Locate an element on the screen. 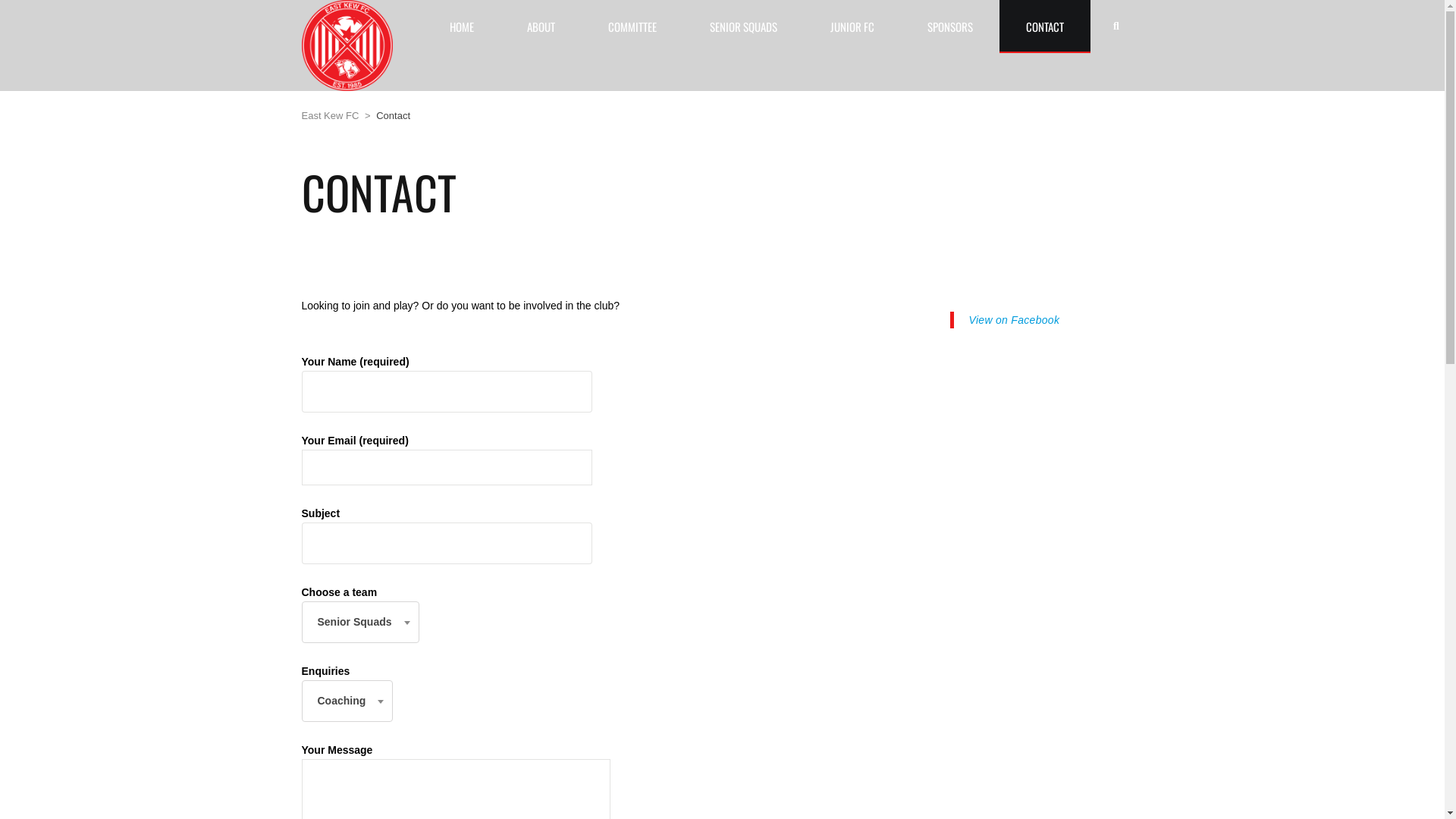 The image size is (1456, 819). 'HOME' is located at coordinates (461, 26).